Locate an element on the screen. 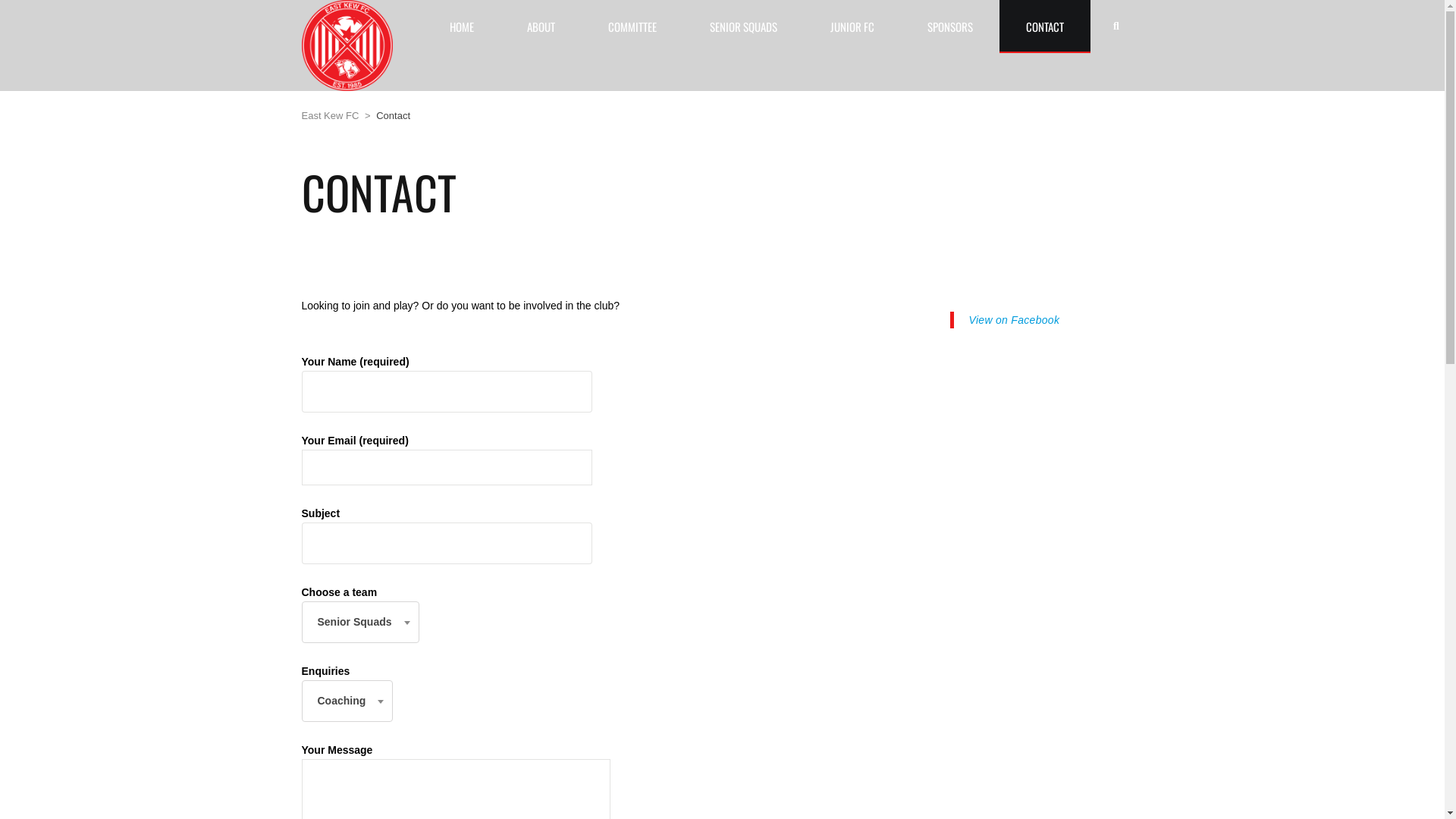 The image size is (1456, 819). 'HOME' is located at coordinates (461, 26).